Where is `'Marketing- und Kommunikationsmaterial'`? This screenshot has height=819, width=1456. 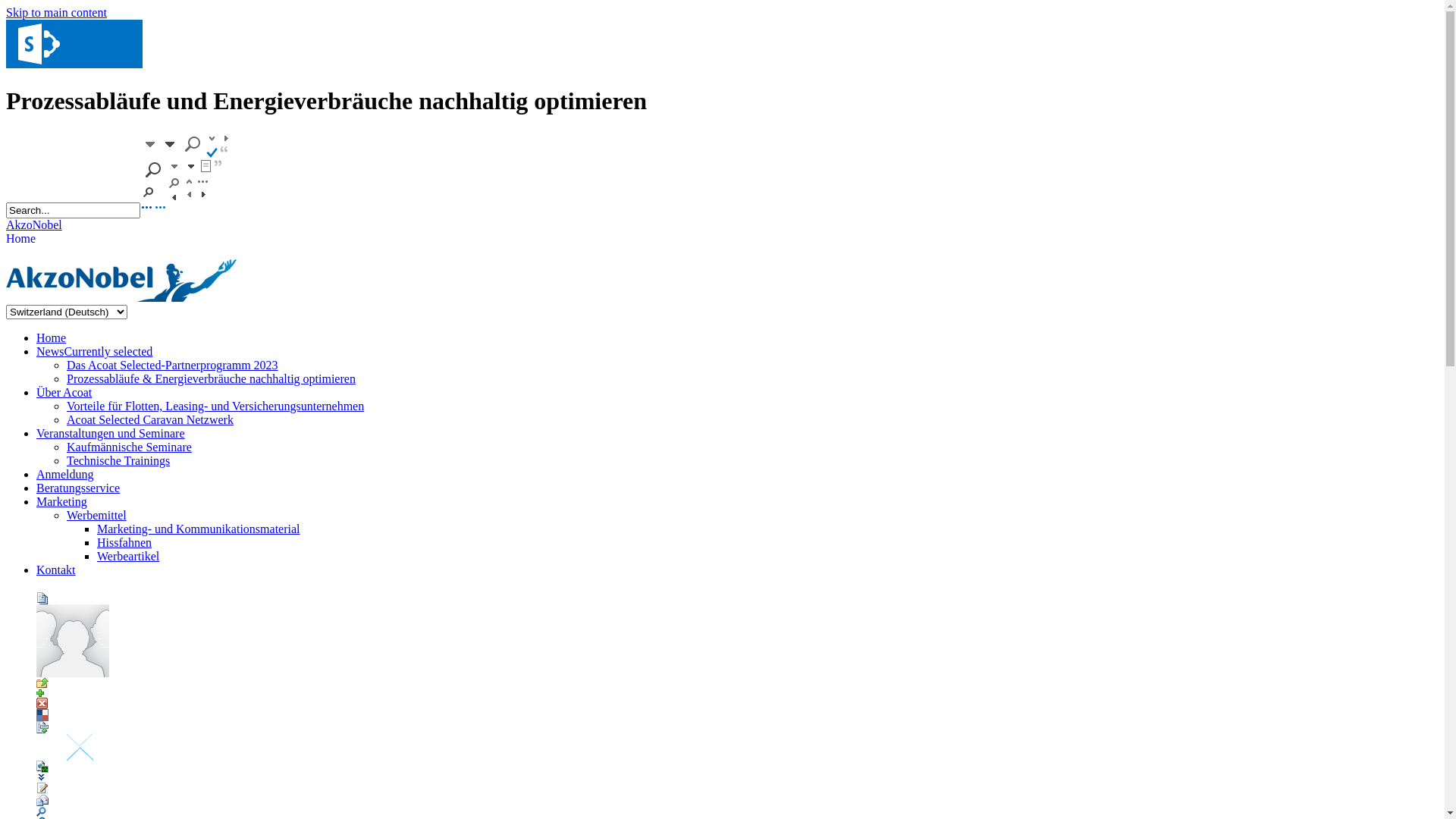
'Marketing- und Kommunikationsmaterial' is located at coordinates (198, 528).